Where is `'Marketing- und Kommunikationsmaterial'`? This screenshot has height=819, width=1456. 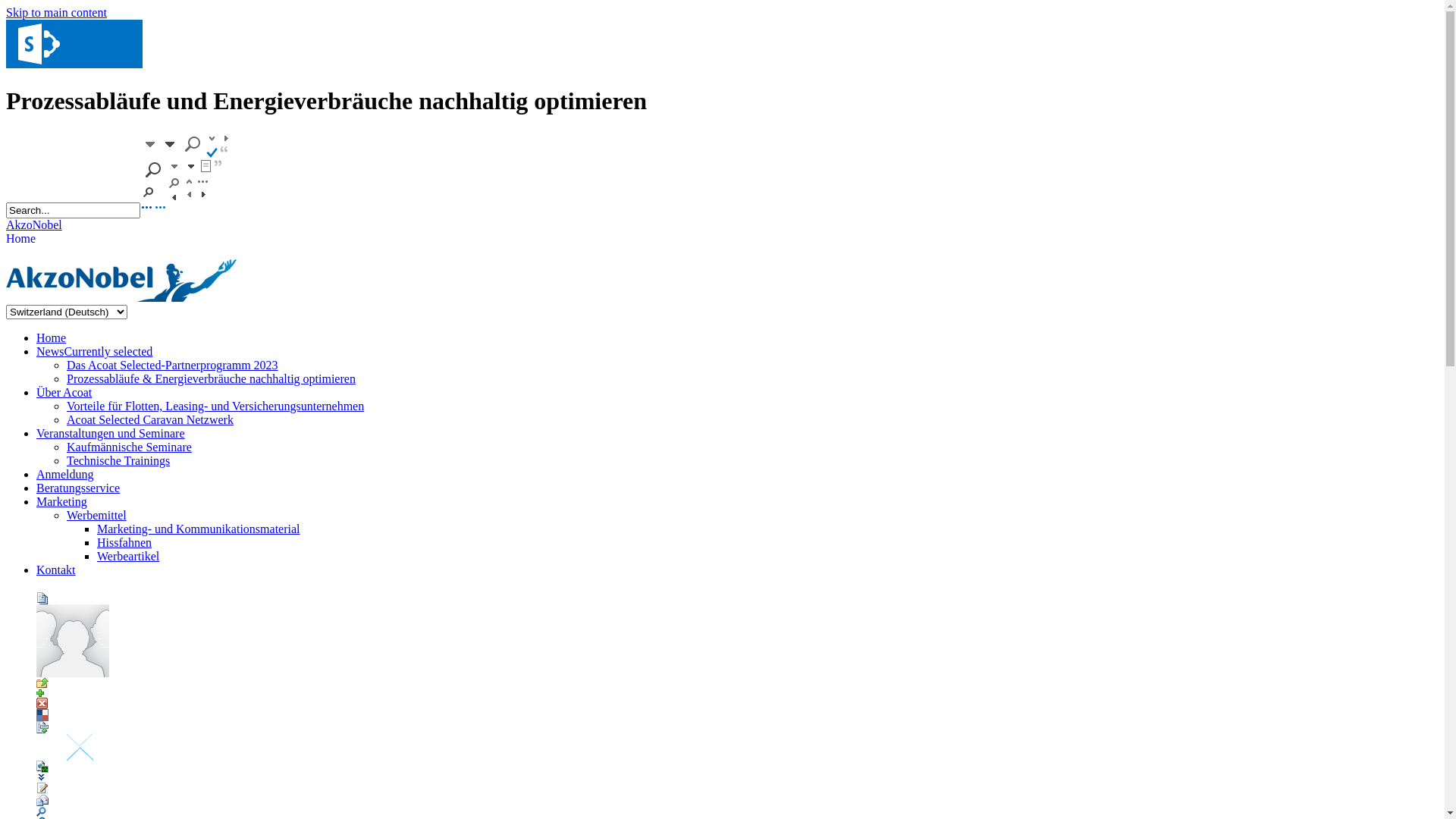
'Marketing- und Kommunikationsmaterial' is located at coordinates (198, 528).